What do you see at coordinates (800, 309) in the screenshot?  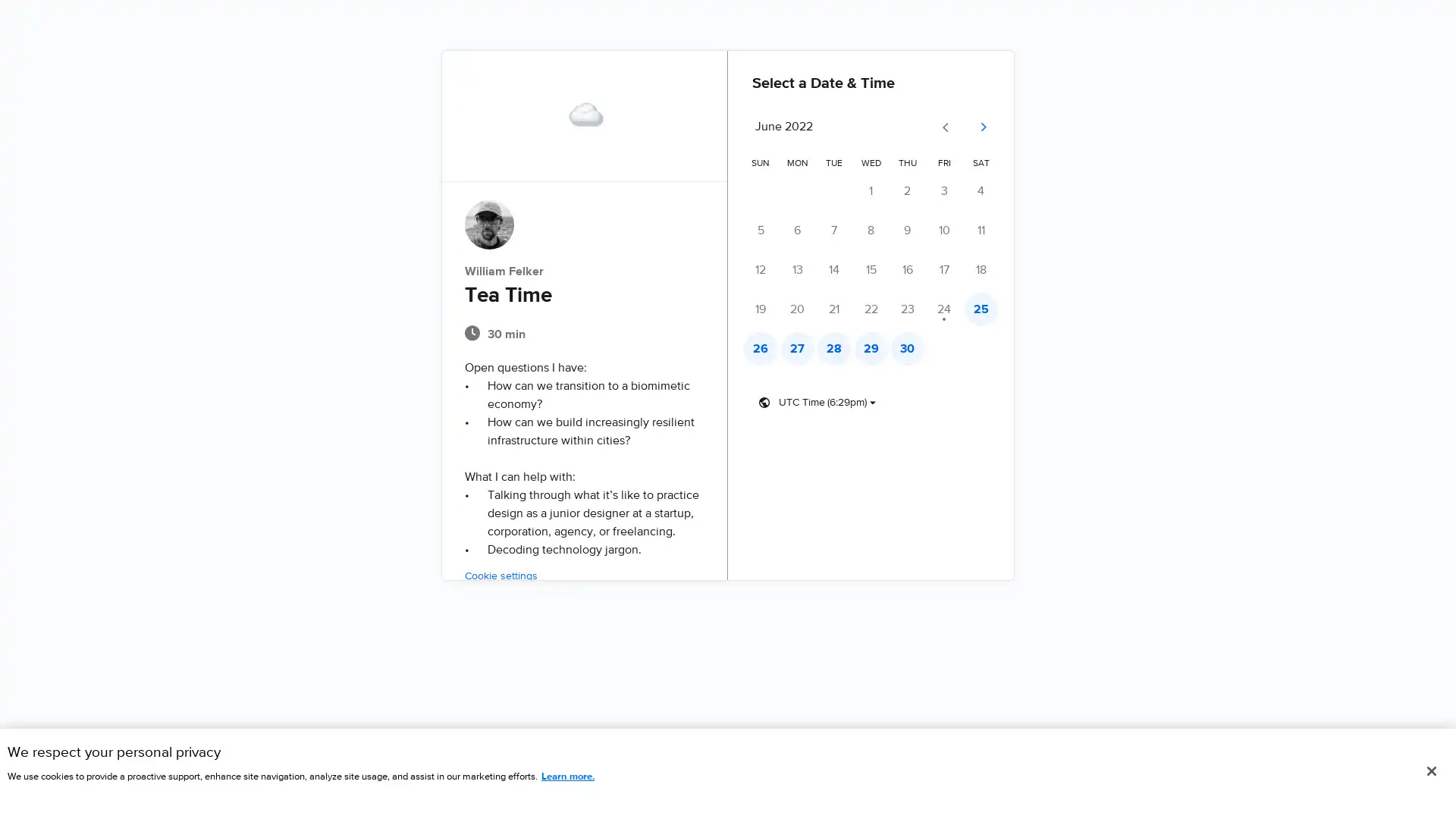 I see `Monday, June 20 - No times available` at bounding box center [800, 309].